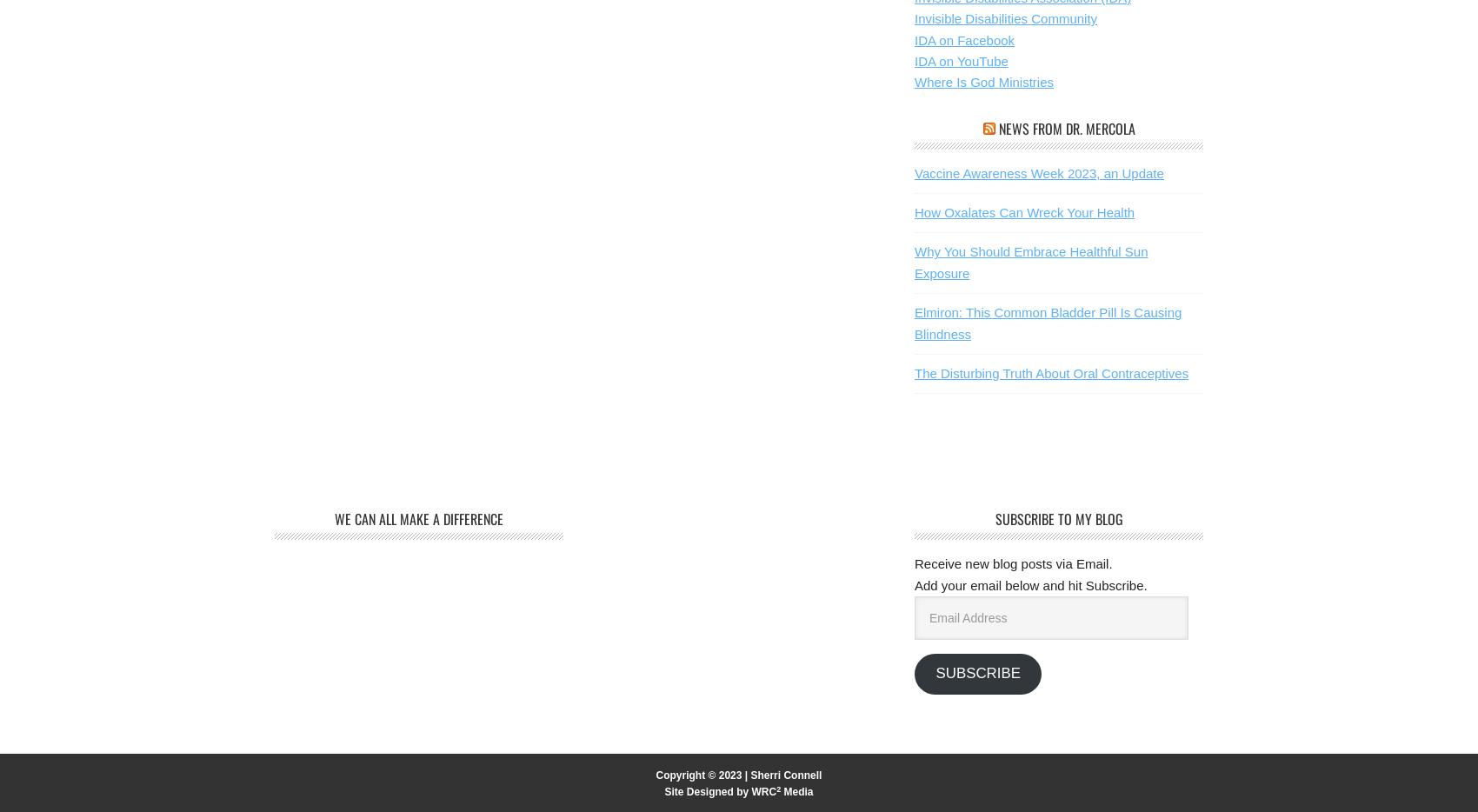 This screenshot has height=812, width=1478. I want to click on '|', so click(745, 775).